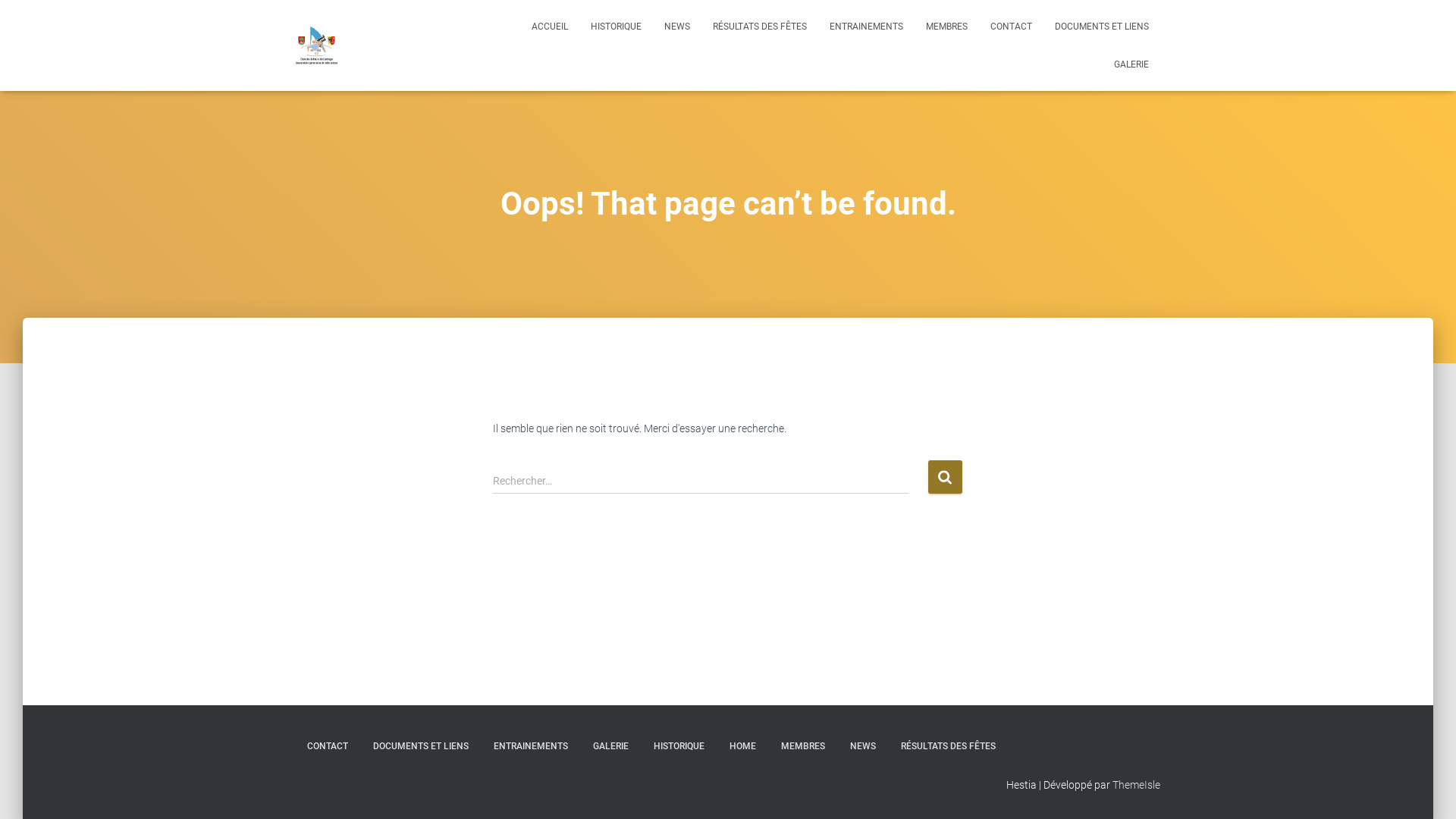 This screenshot has height=819, width=1456. What do you see at coordinates (1131, 63) in the screenshot?
I see `'GALERIE'` at bounding box center [1131, 63].